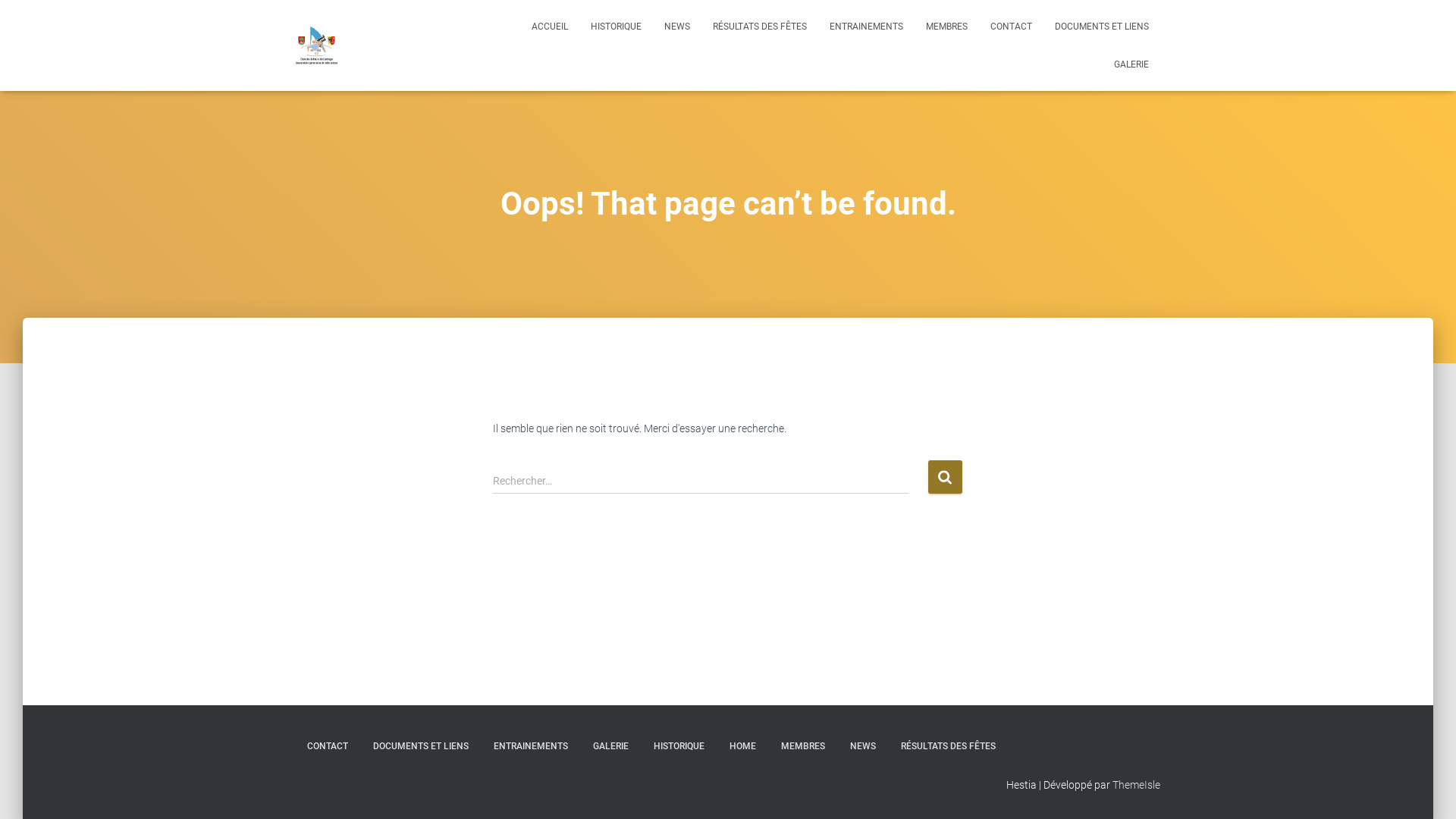 This screenshot has height=819, width=1456. What do you see at coordinates (1131, 63) in the screenshot?
I see `'GALERIE'` at bounding box center [1131, 63].